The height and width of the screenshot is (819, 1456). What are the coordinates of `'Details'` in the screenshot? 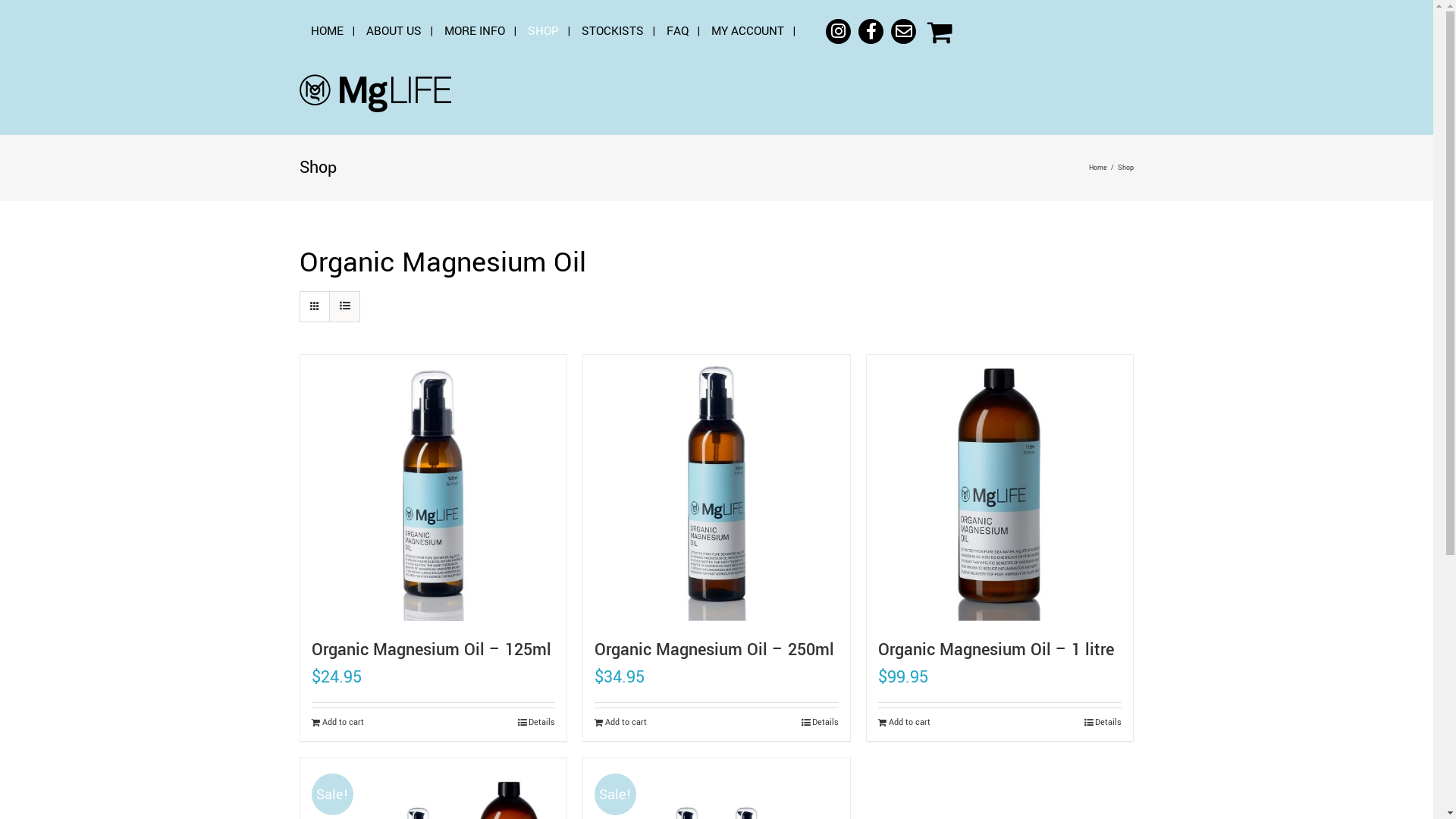 It's located at (1103, 721).